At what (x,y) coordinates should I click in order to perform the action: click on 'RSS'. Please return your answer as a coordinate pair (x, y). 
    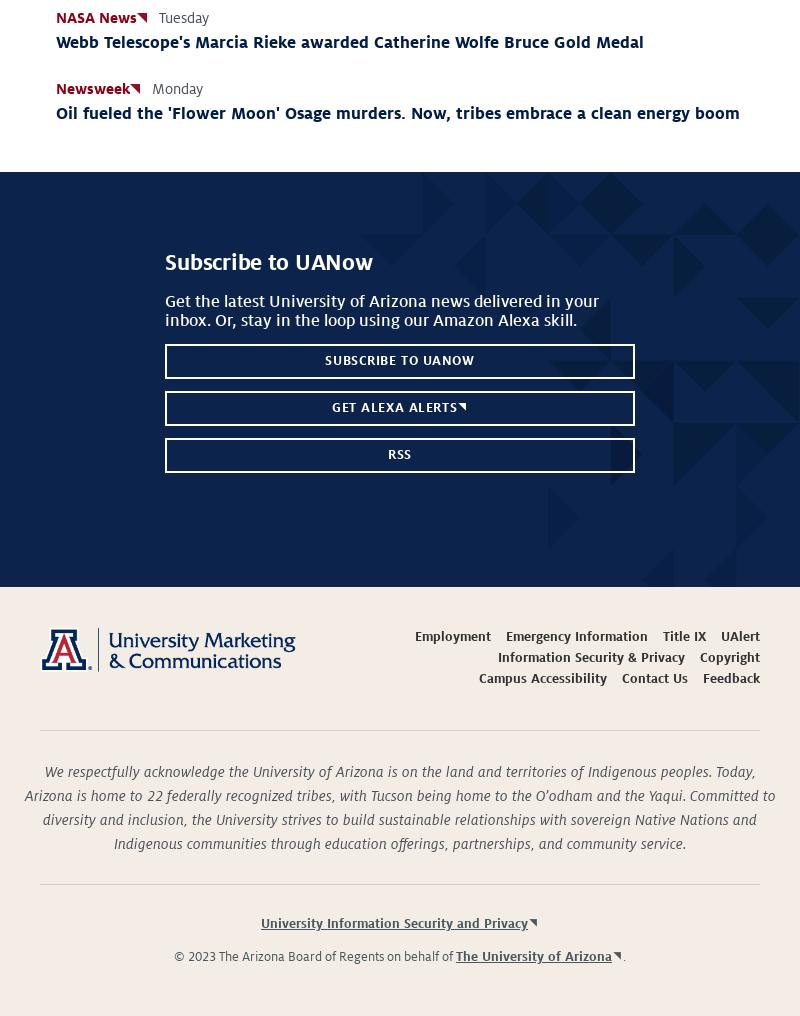
    Looking at the image, I should click on (387, 454).